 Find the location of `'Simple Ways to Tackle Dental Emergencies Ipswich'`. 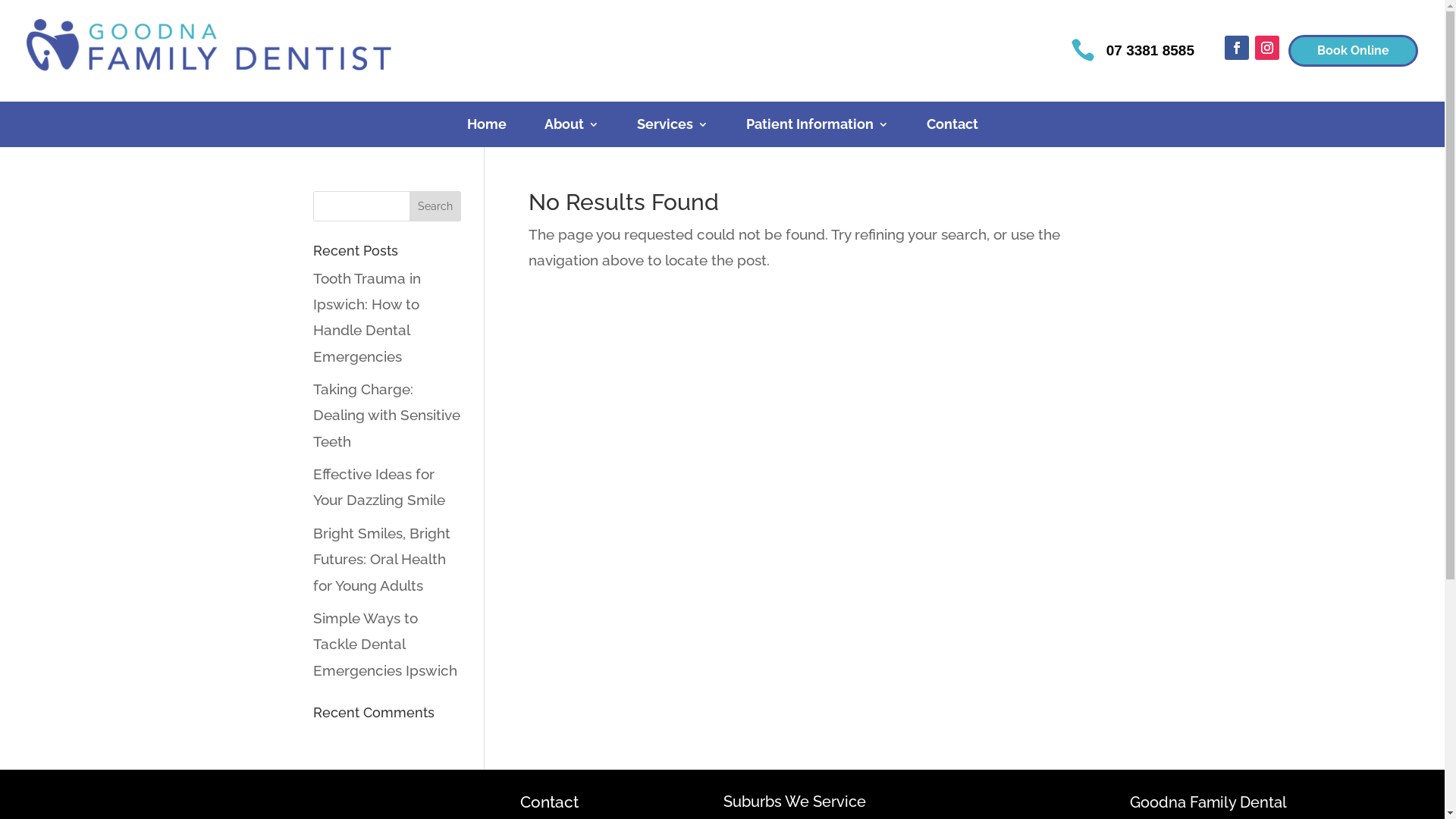

'Simple Ways to Tackle Dental Emergencies Ipswich' is located at coordinates (312, 643).